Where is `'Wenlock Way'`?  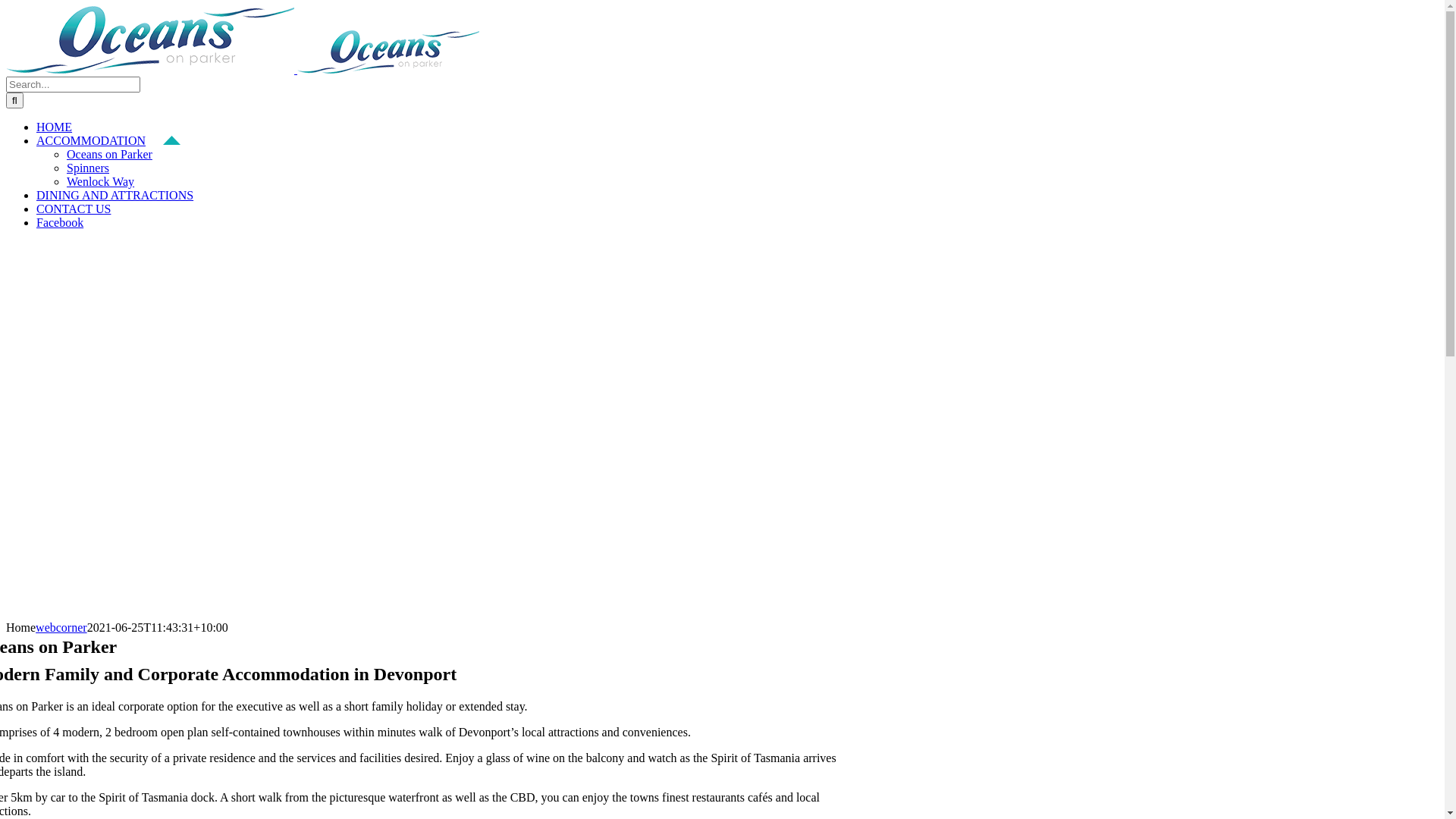
'Wenlock Way' is located at coordinates (99, 180).